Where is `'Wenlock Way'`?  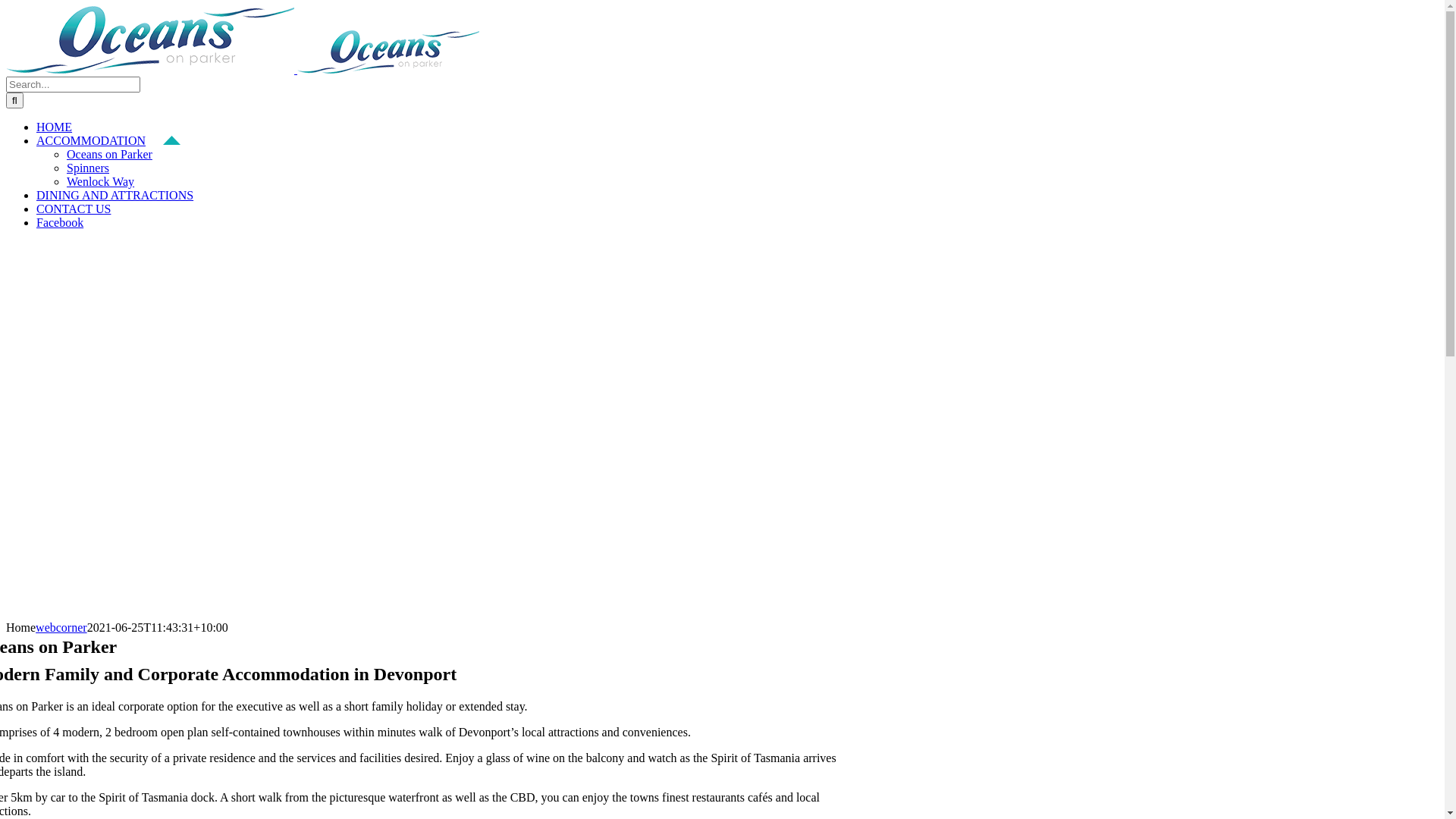
'Wenlock Way' is located at coordinates (99, 180).